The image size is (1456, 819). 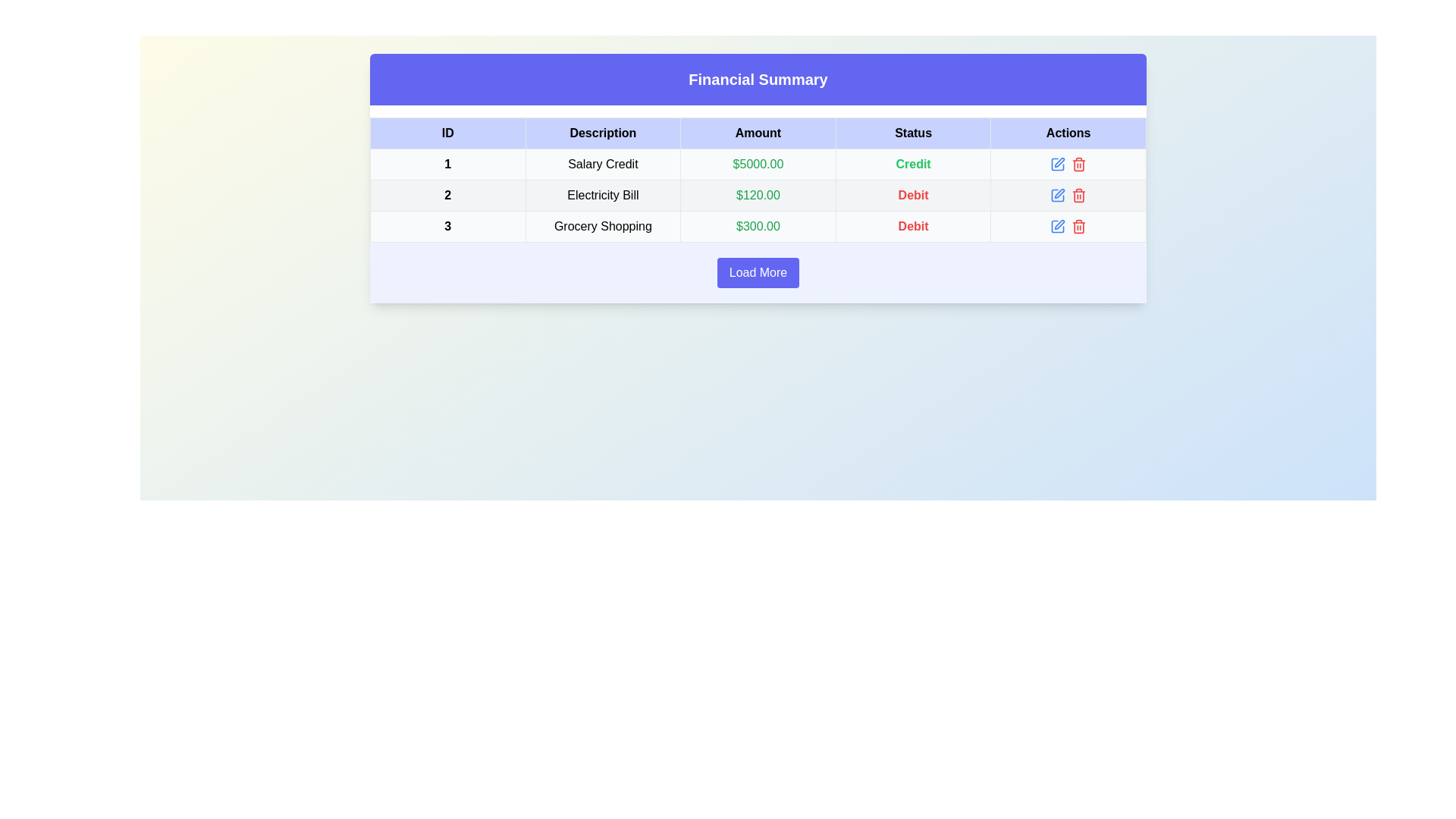 What do you see at coordinates (1068, 227) in the screenshot?
I see `the delete icon in the 'Actions' column of the third row of the transactions table for the 'Grocery Shopping' entry` at bounding box center [1068, 227].